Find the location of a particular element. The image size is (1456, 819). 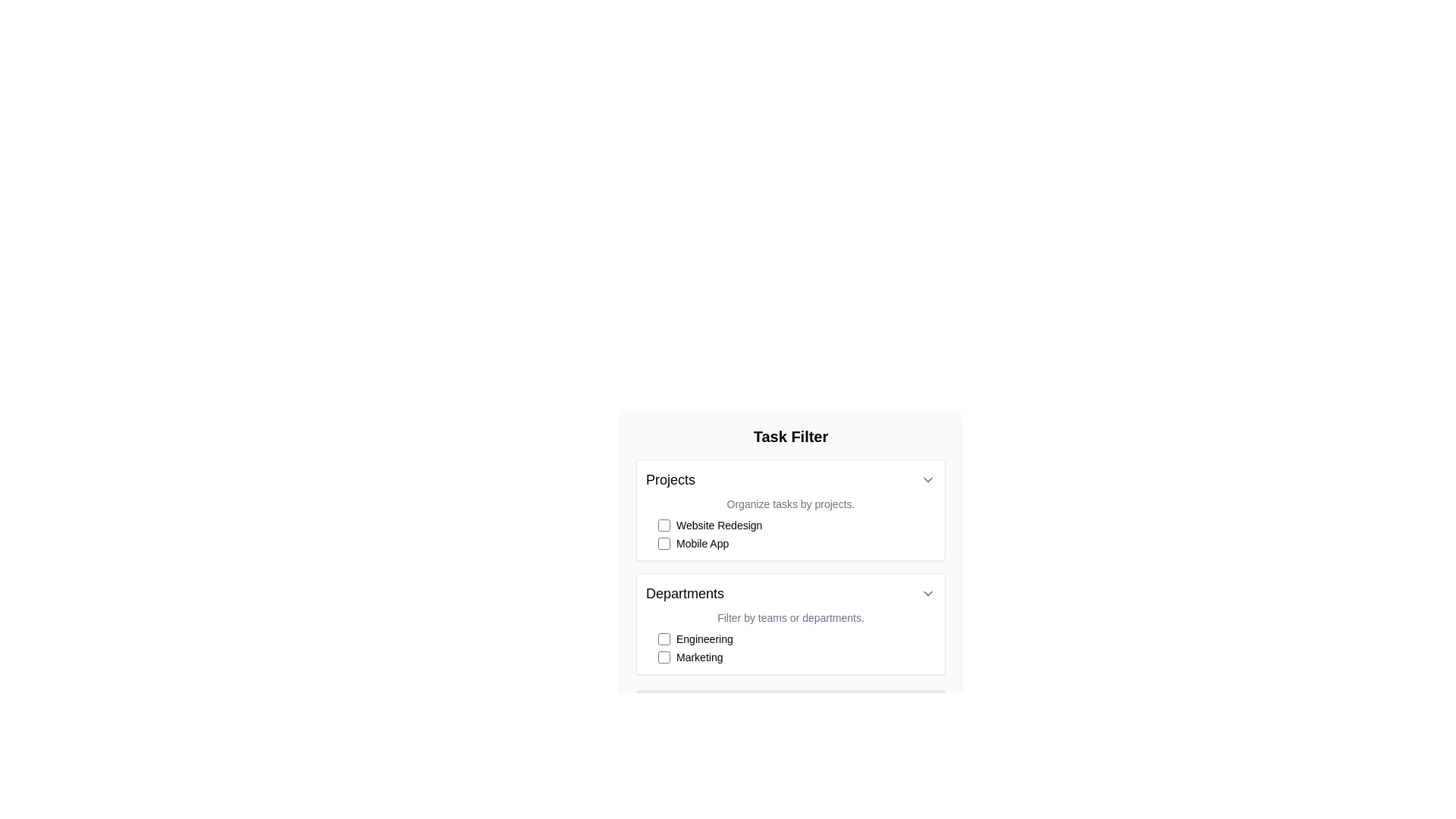

the checkbox labeled 'Website Redesign' in the 'Projects' section is located at coordinates (796, 525).